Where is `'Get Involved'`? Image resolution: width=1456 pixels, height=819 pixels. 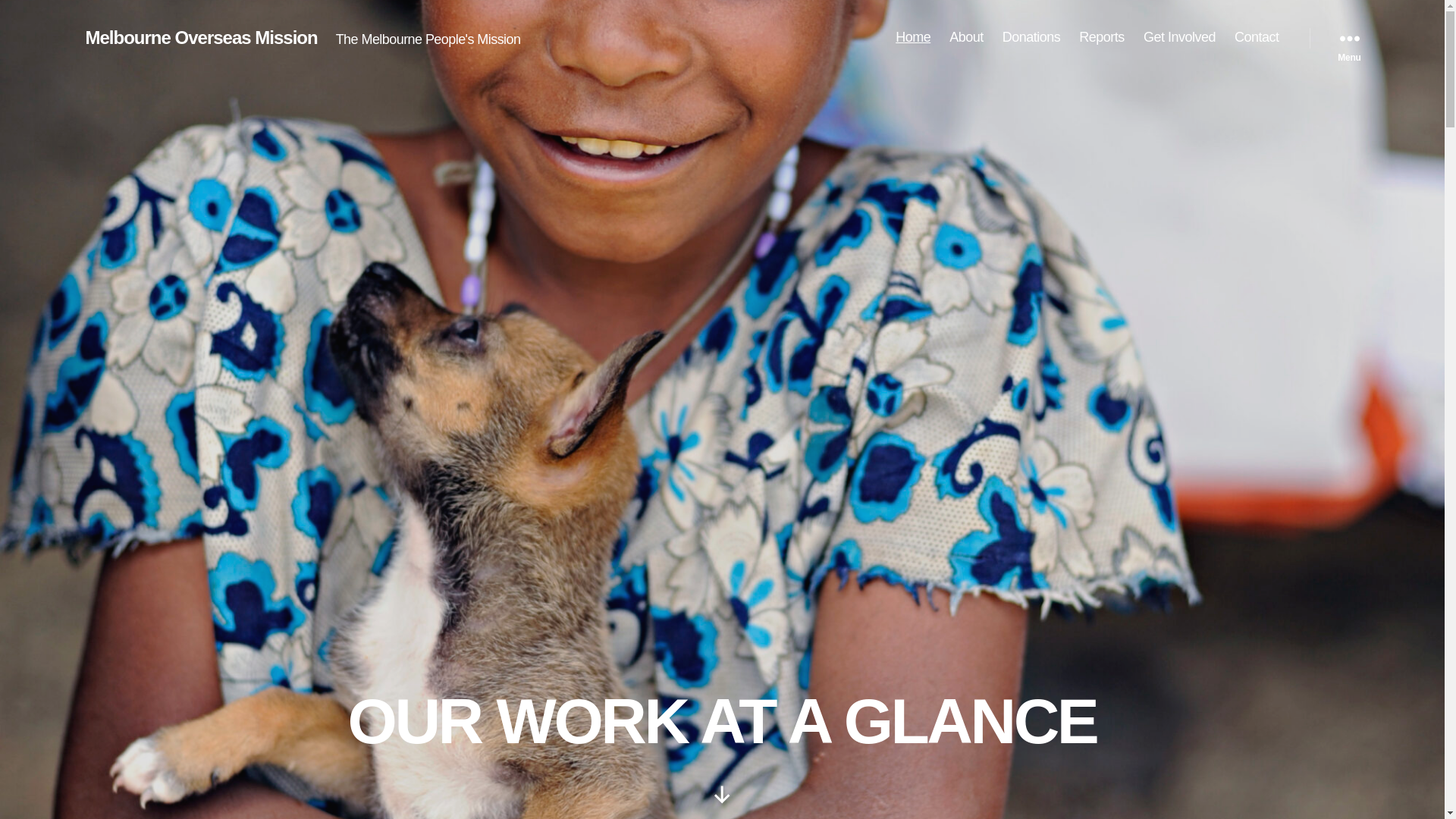
'Get Involved' is located at coordinates (1178, 37).